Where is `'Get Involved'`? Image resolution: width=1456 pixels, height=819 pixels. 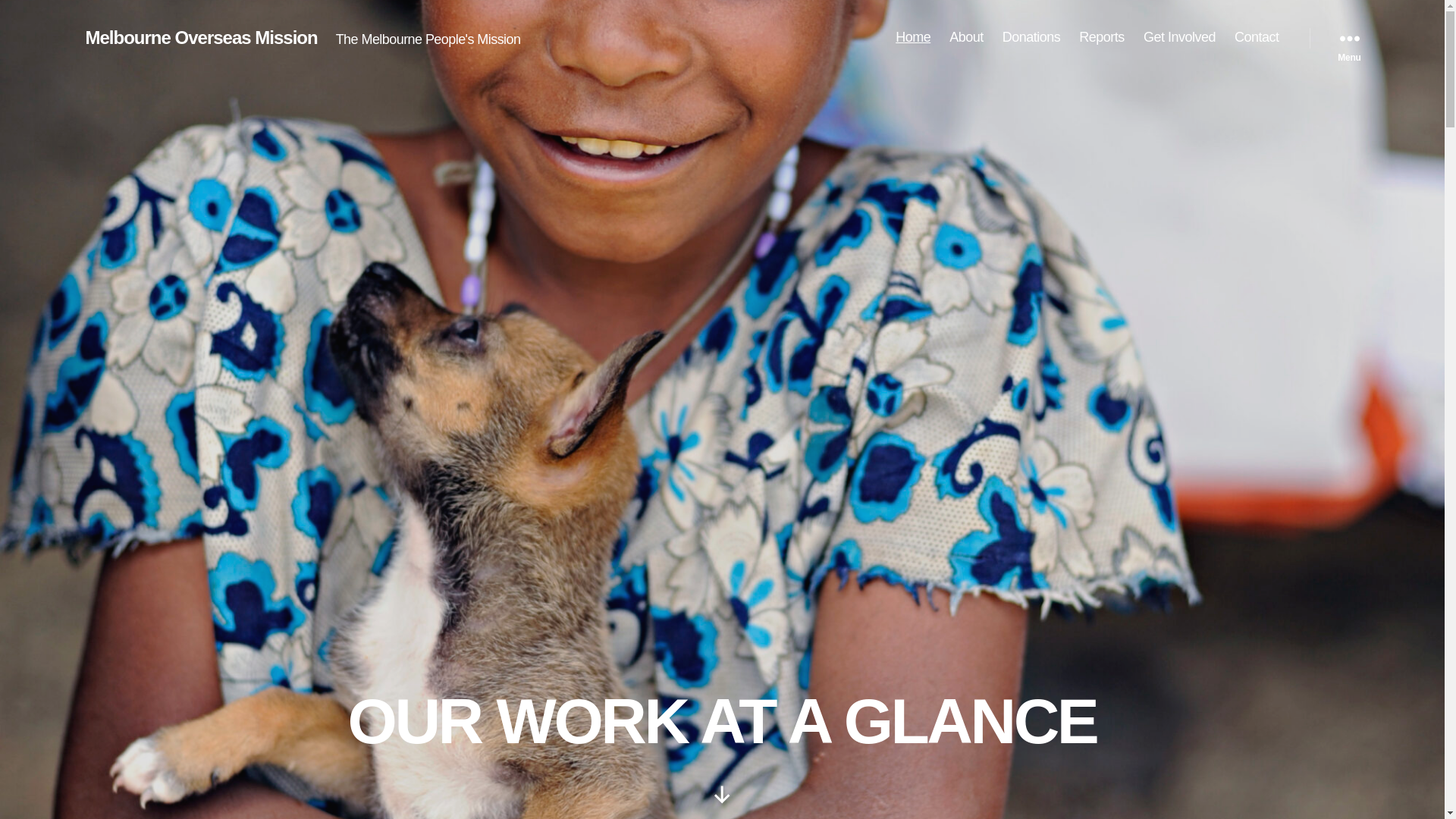
'Get Involved' is located at coordinates (1178, 37).